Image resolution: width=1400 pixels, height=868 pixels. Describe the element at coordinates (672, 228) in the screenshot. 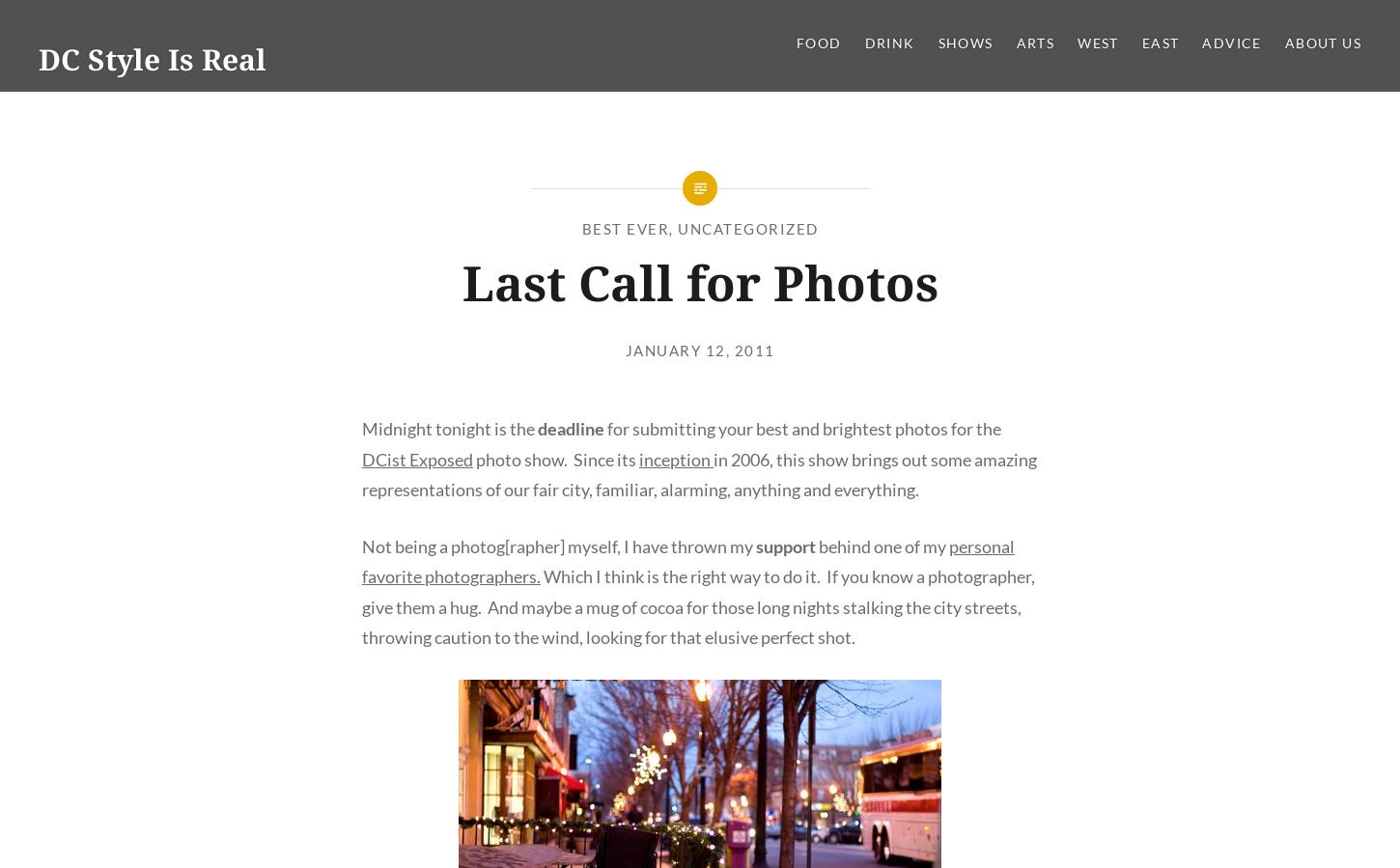

I see `','` at that location.